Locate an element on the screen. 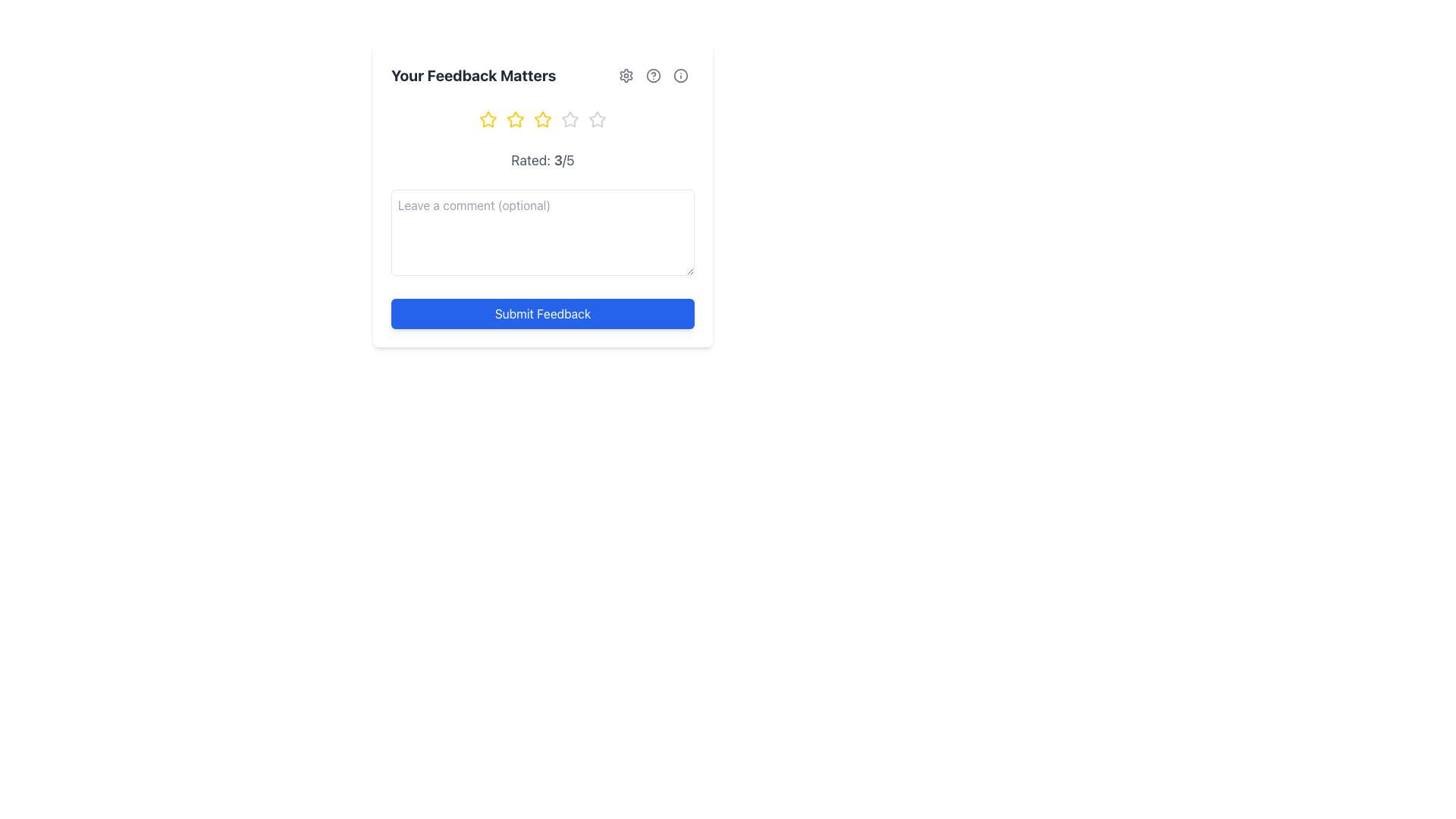  the first yellow hollow star icon in the rating component is located at coordinates (488, 118).